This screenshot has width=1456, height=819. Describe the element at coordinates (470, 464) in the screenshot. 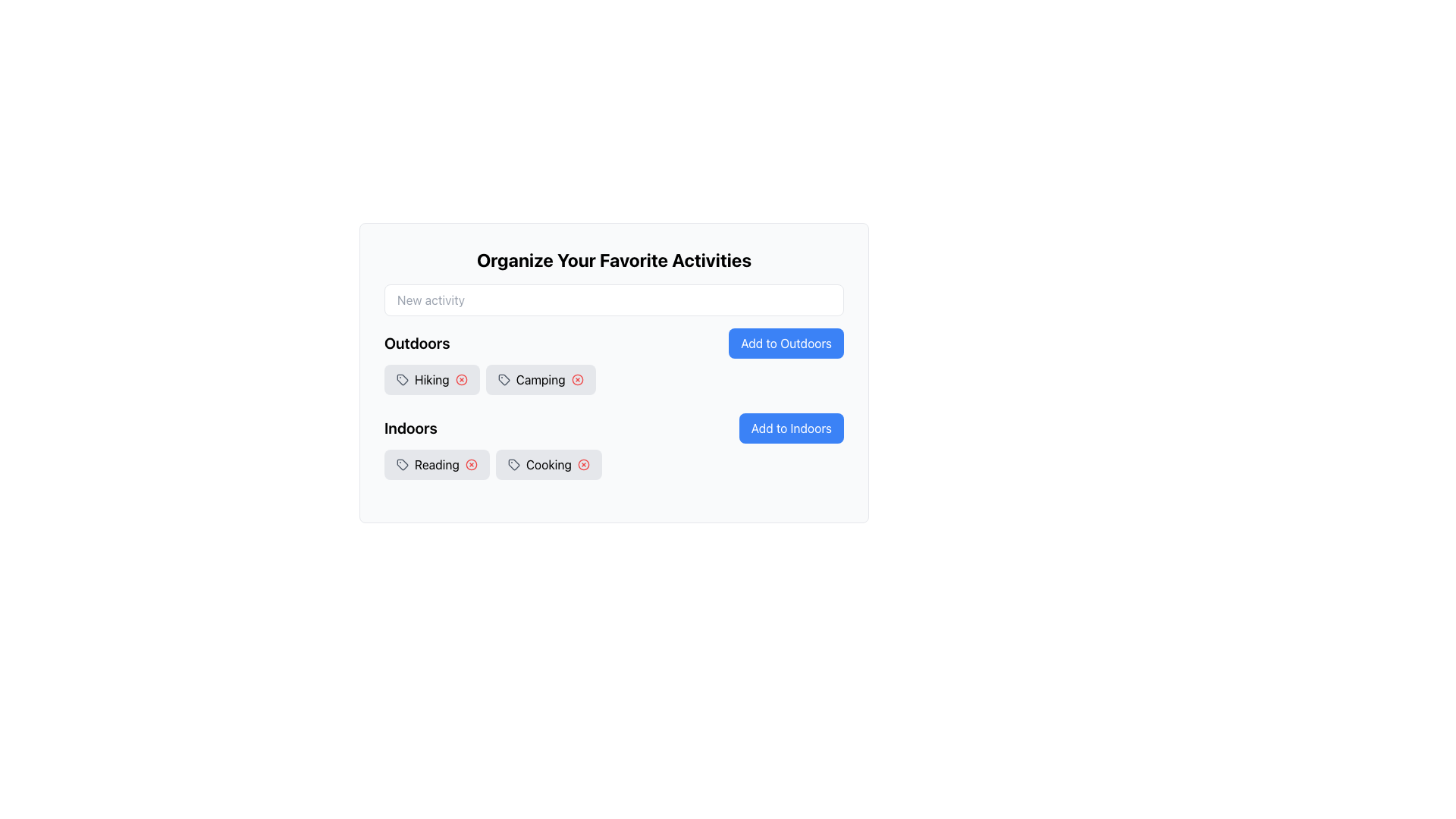

I see `the deletion button for the 'Reading' tag located in the 'Indoors' section` at that location.